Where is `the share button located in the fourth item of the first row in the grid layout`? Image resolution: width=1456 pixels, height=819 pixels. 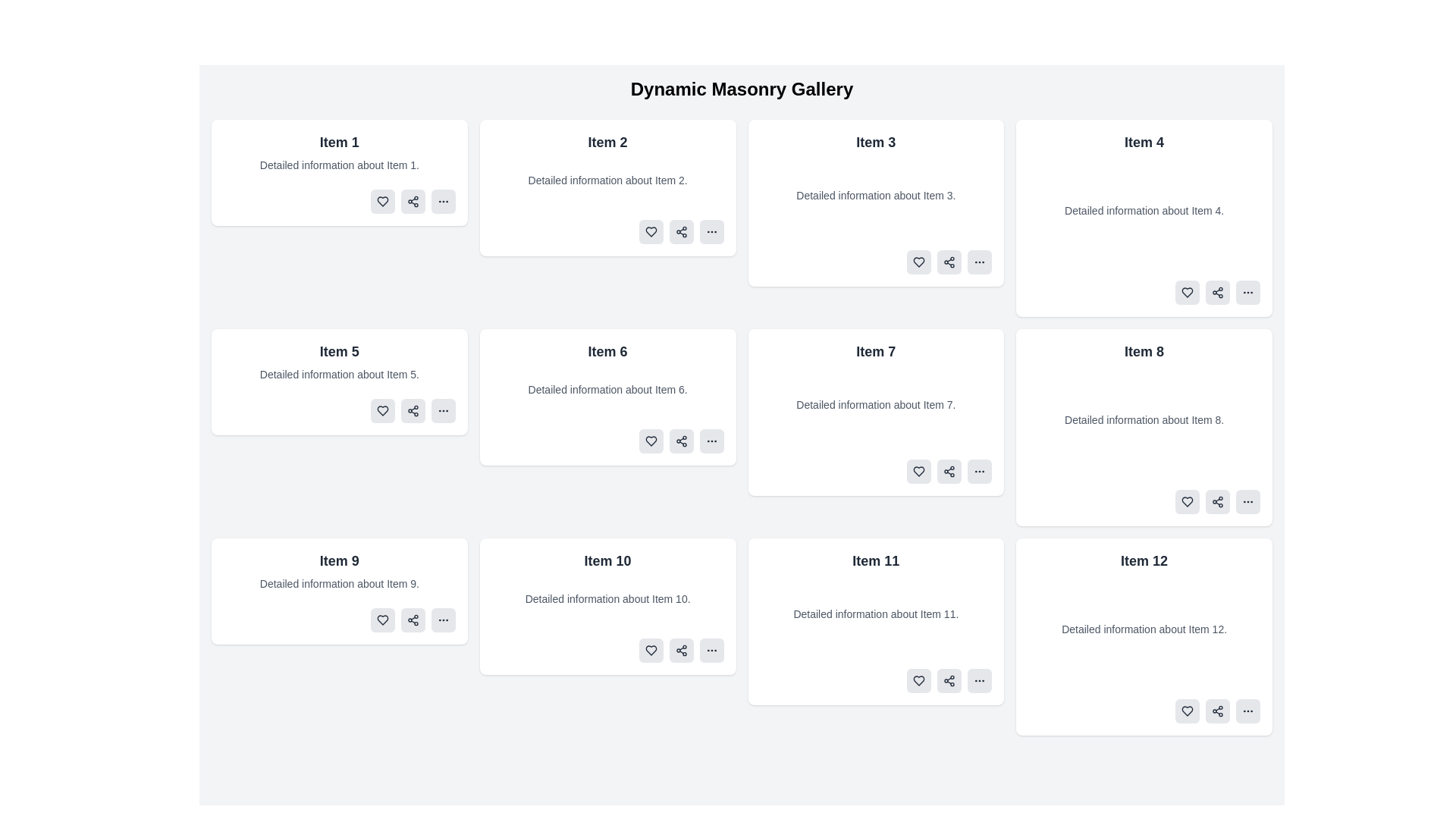 the share button located in the fourth item of the first row in the grid layout is located at coordinates (1218, 292).